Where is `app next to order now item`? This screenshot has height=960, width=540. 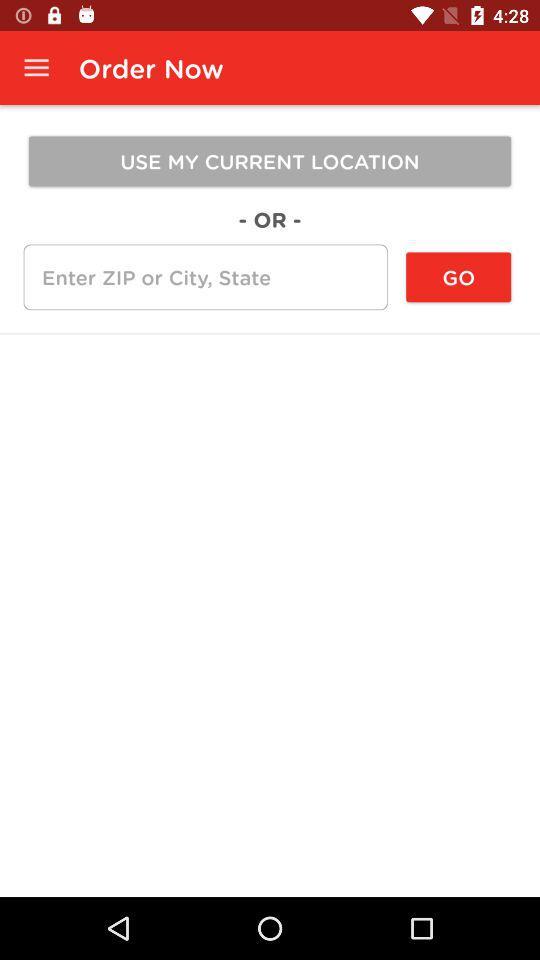
app next to order now item is located at coordinates (36, 68).